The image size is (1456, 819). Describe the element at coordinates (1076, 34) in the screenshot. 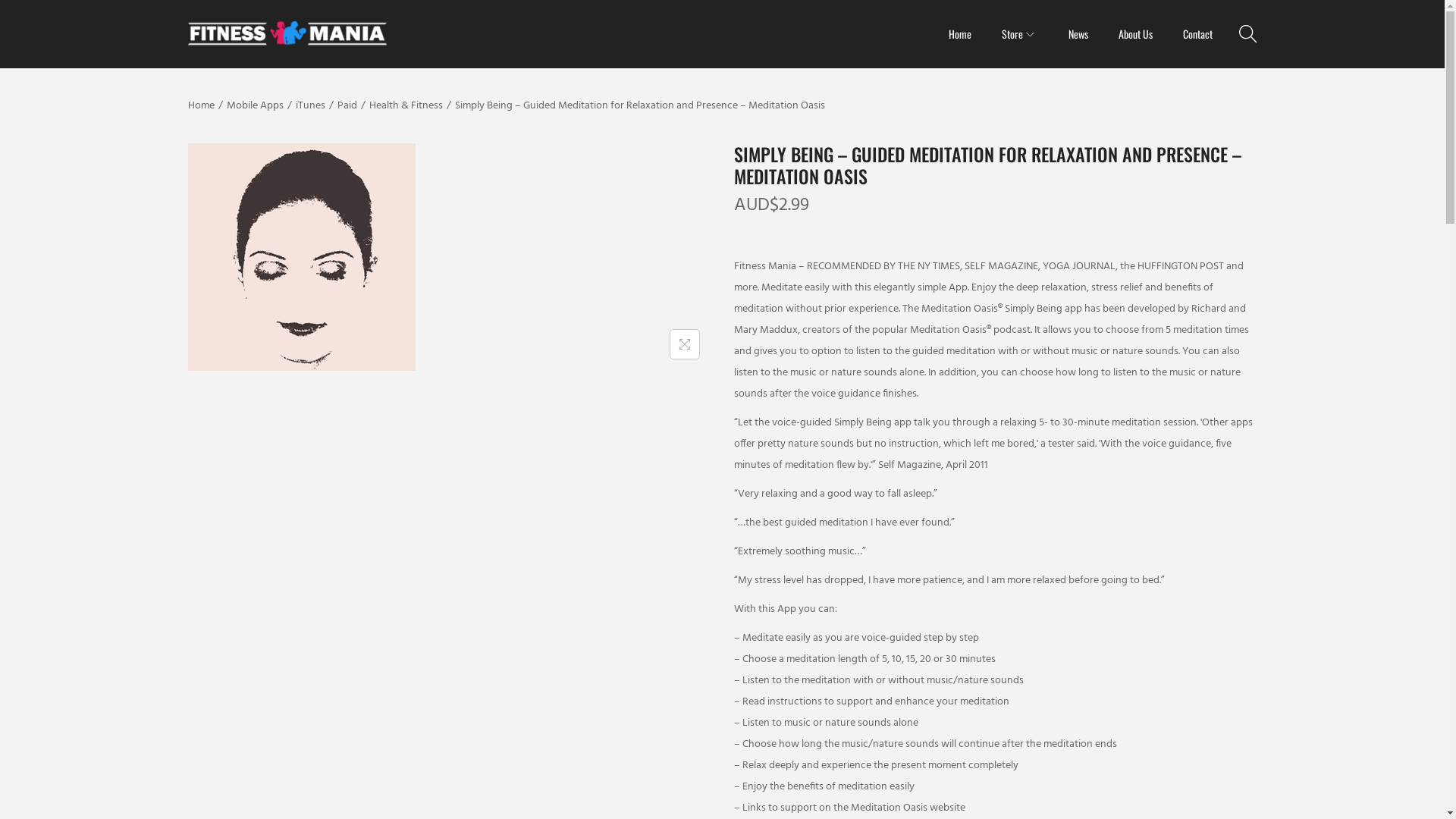

I see `'News'` at that location.